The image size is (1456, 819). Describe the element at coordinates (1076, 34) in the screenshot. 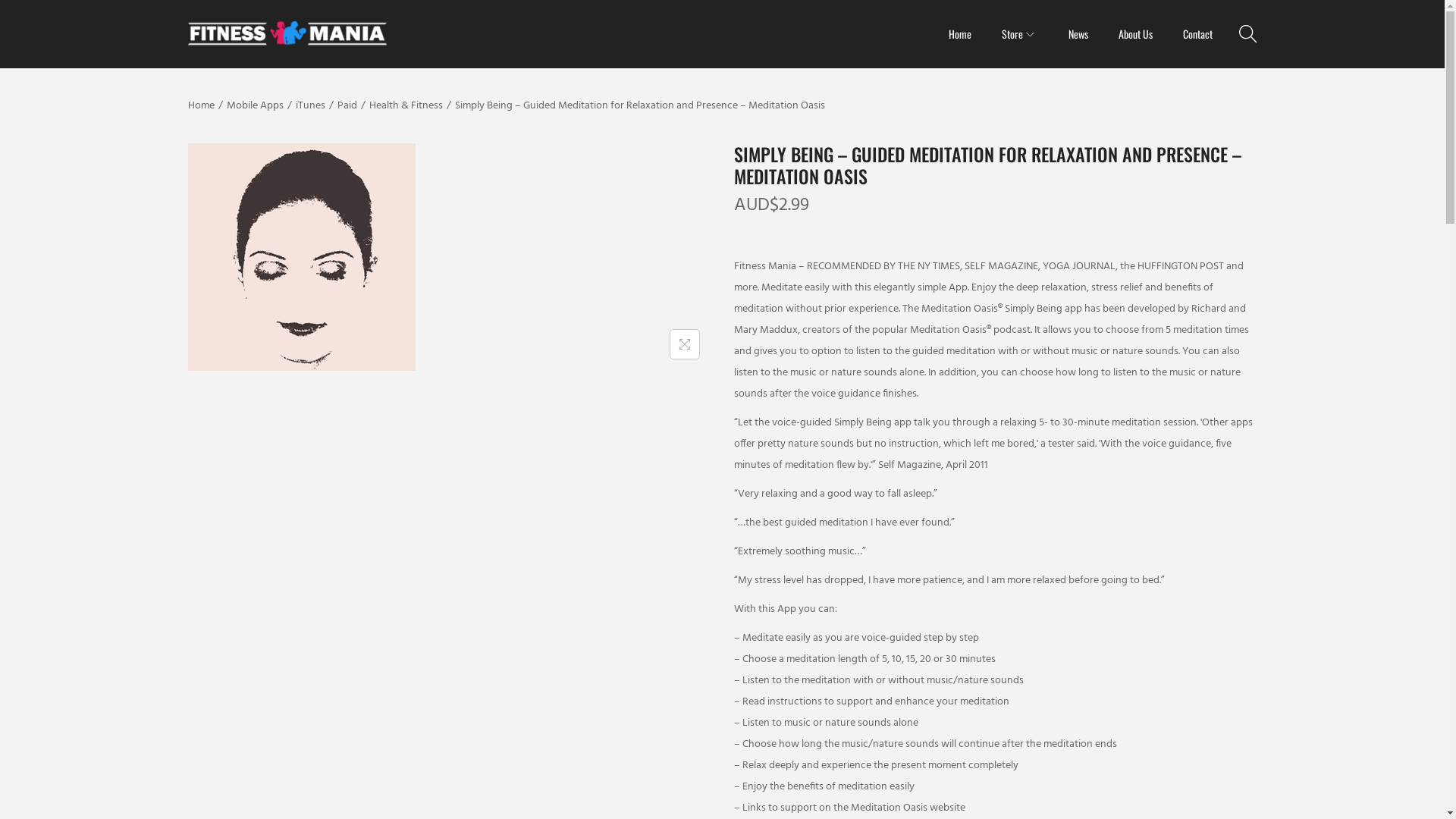

I see `'News'` at that location.